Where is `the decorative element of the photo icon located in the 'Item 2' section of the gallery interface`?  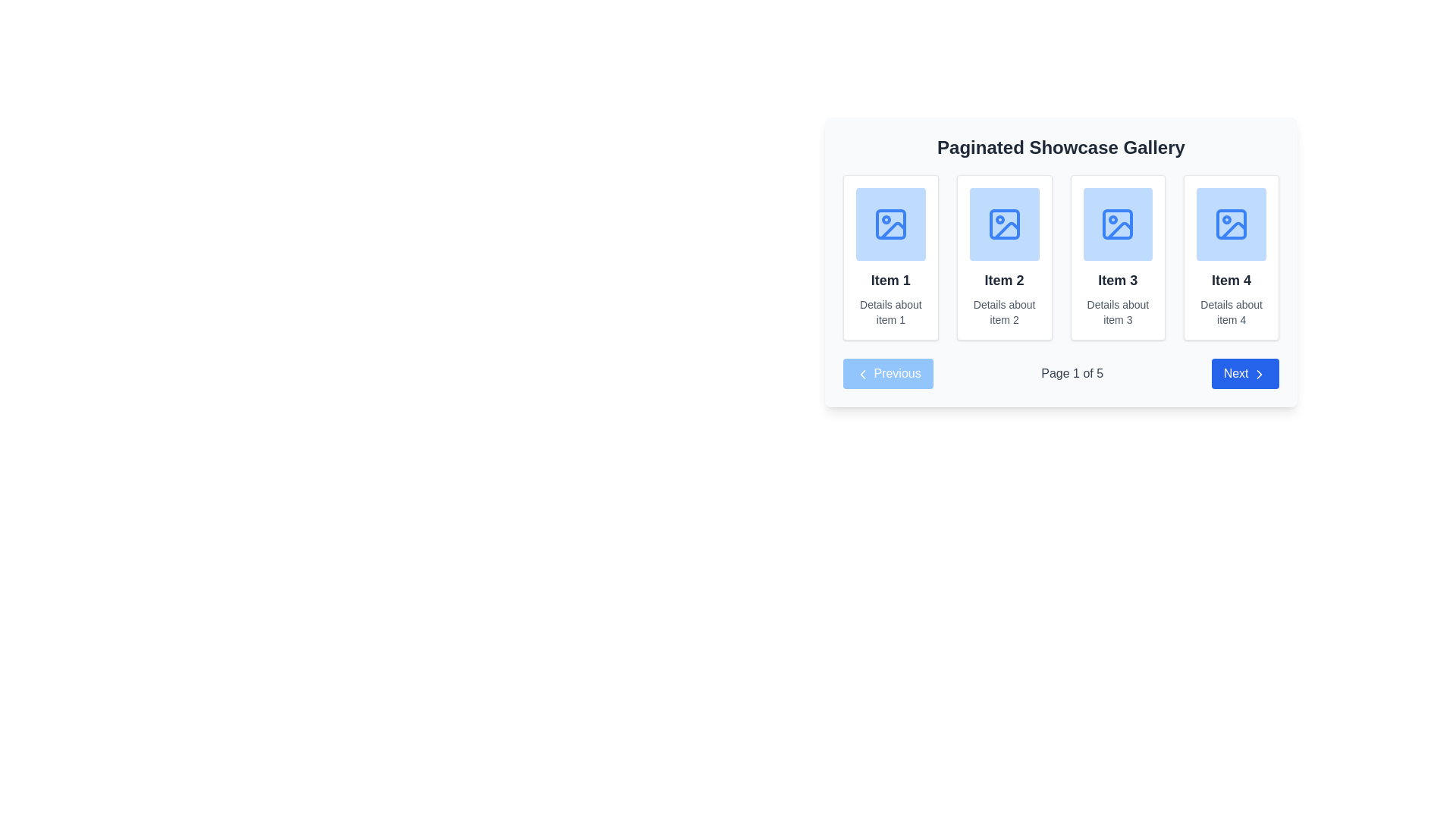 the decorative element of the photo icon located in the 'Item 2' section of the gallery interface is located at coordinates (1004, 224).